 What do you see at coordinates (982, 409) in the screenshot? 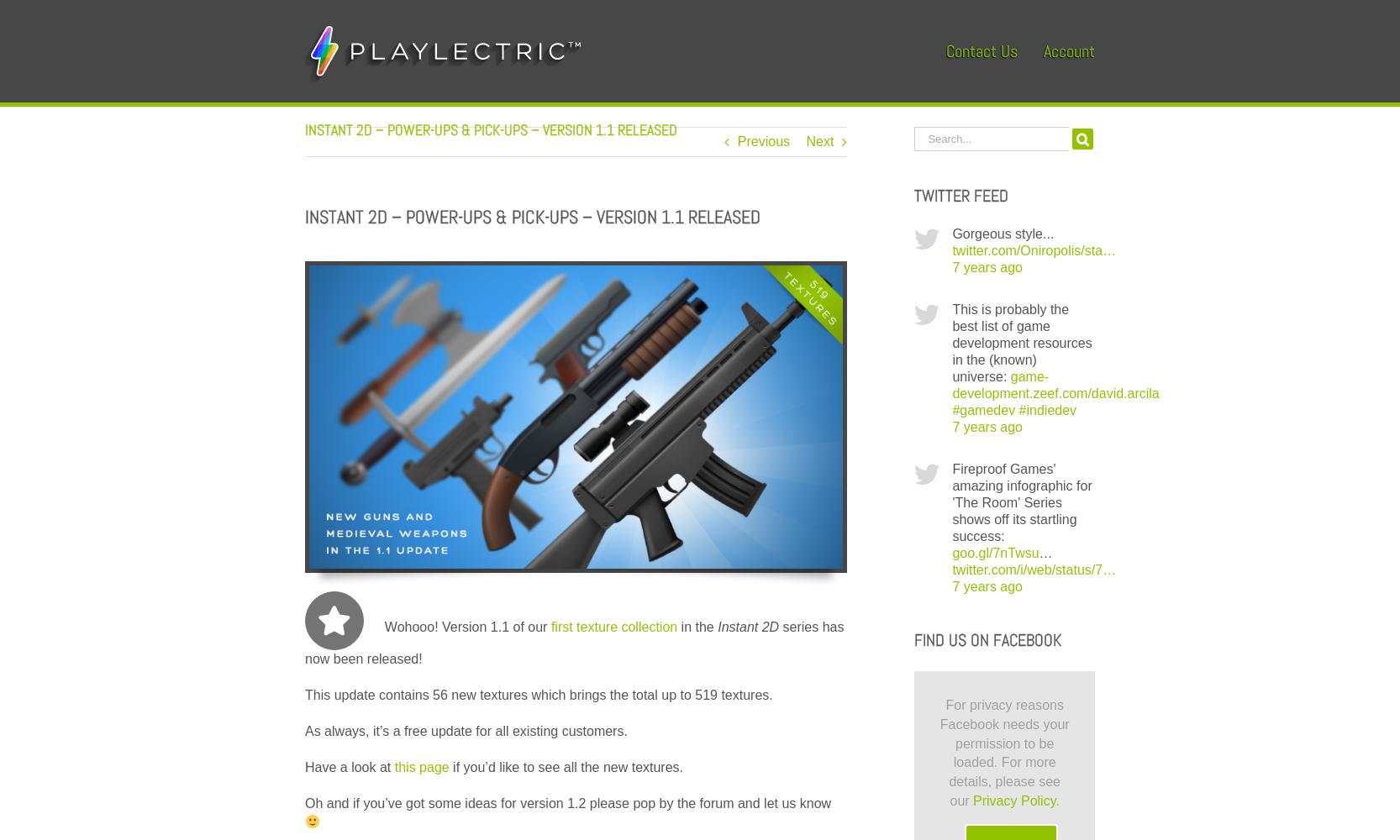
I see `'#gamedev'` at bounding box center [982, 409].